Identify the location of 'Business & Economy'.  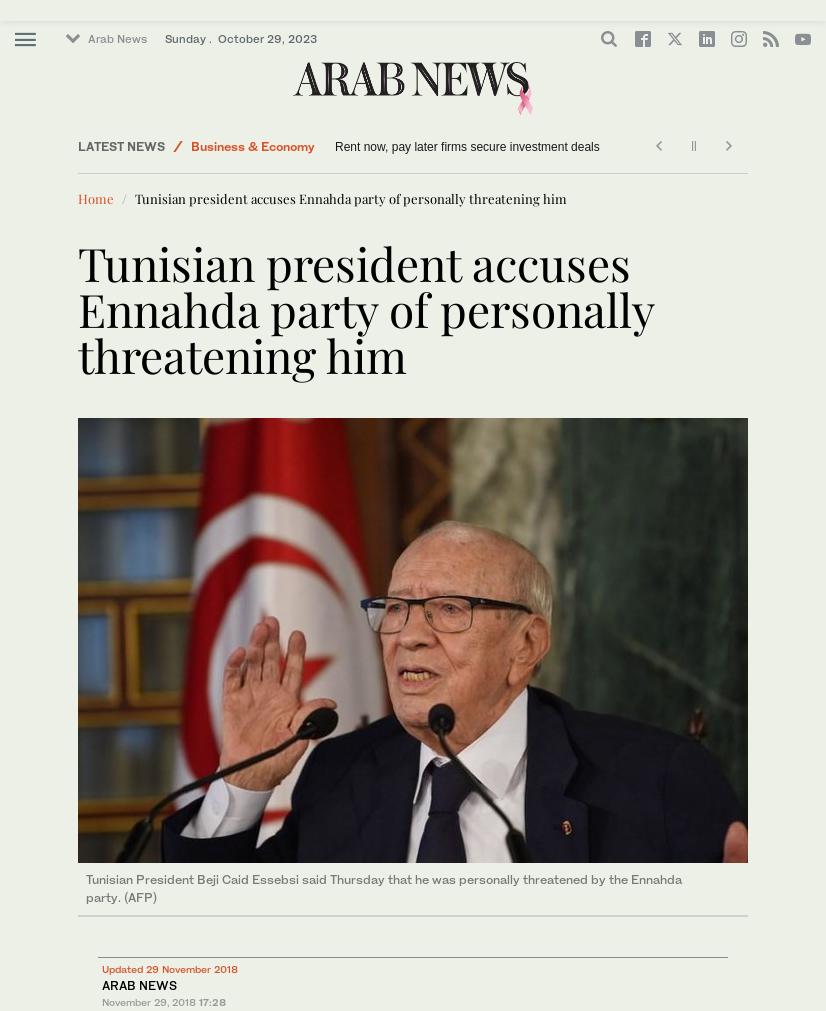
(190, 145).